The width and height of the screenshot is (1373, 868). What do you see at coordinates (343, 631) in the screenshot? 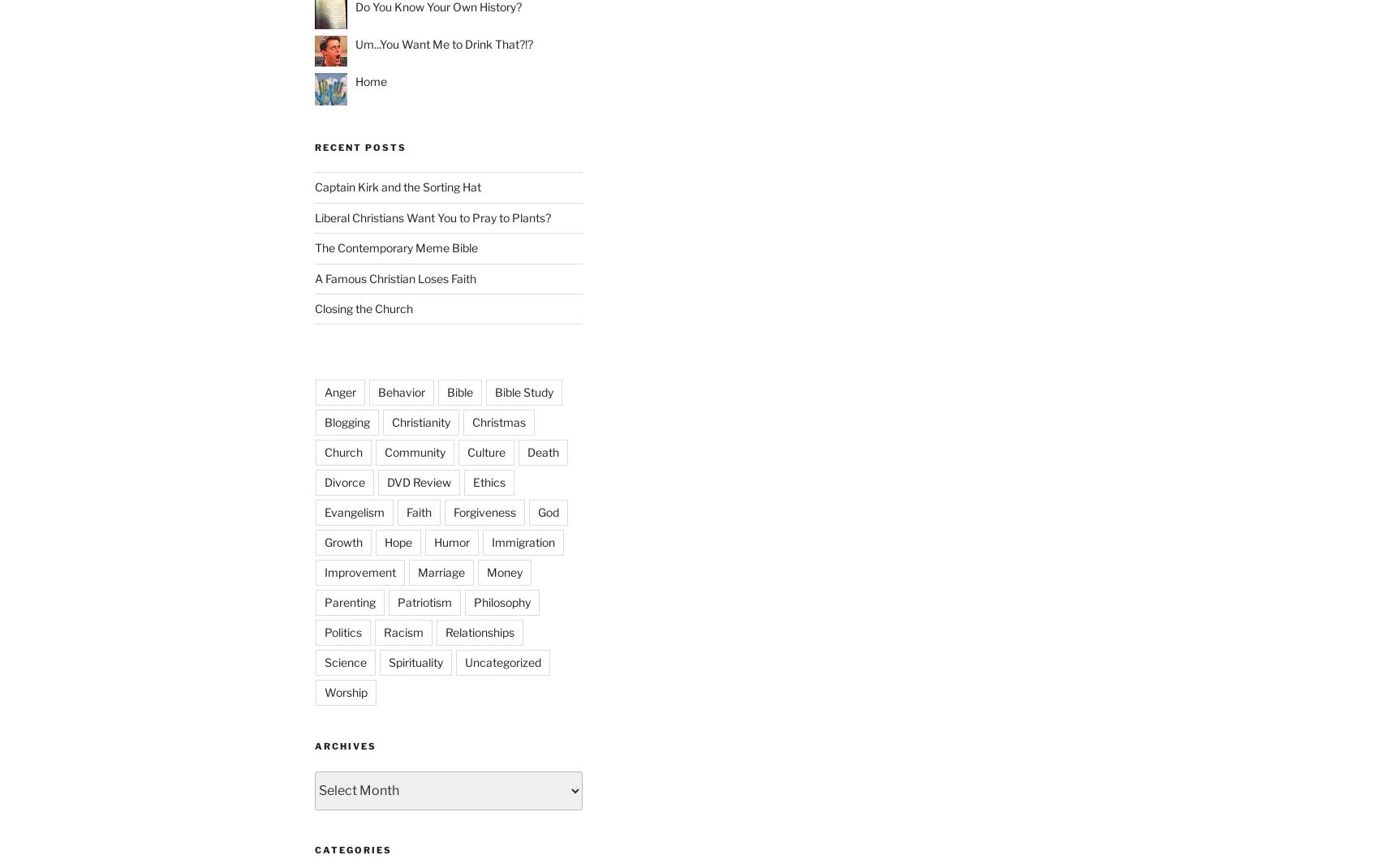
I see `'Politics'` at bounding box center [343, 631].